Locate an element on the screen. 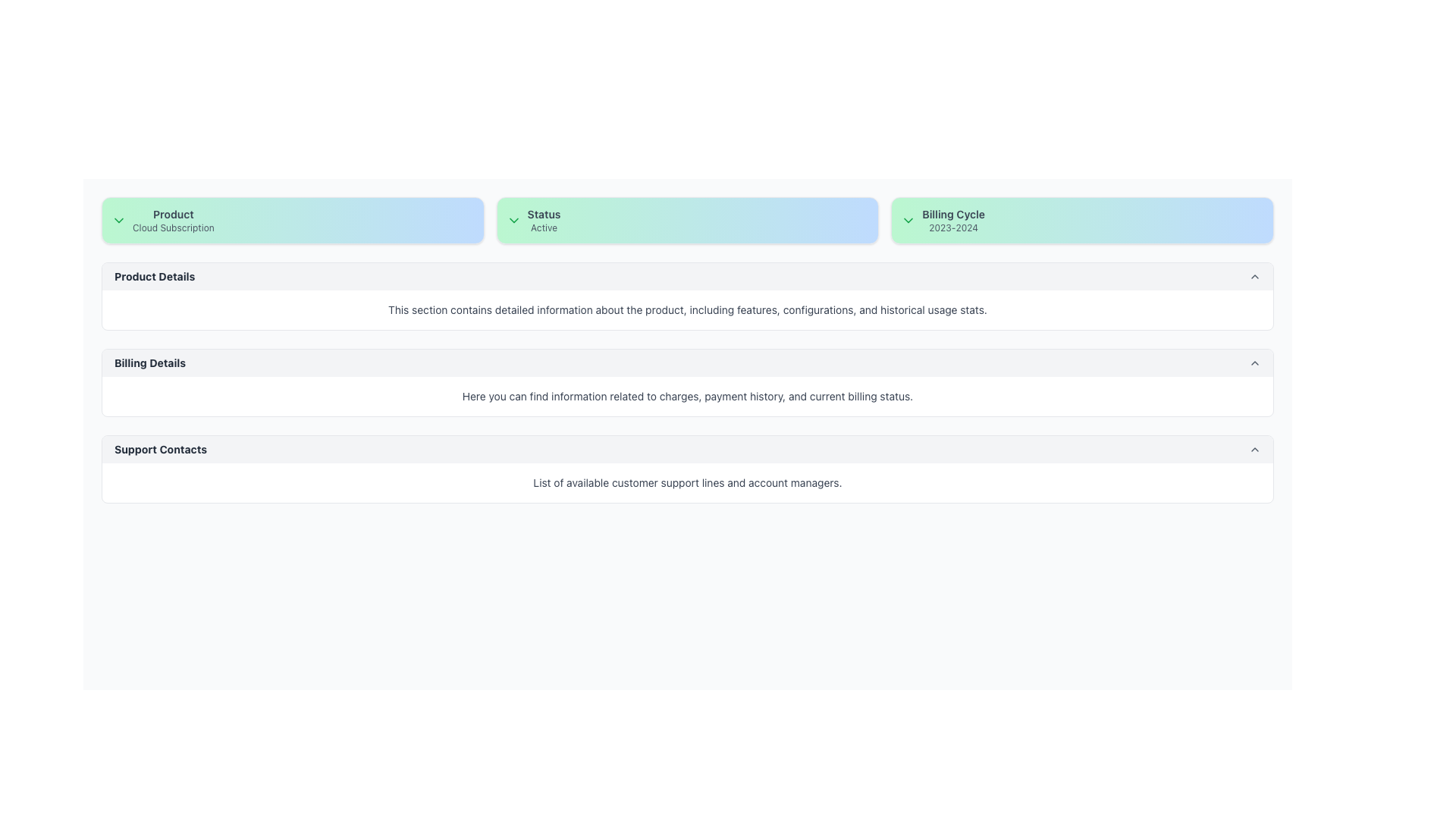 The width and height of the screenshot is (1456, 819). the descriptive text label located directly below the 'Product' label in the top-left corner of the interface is located at coordinates (173, 227).